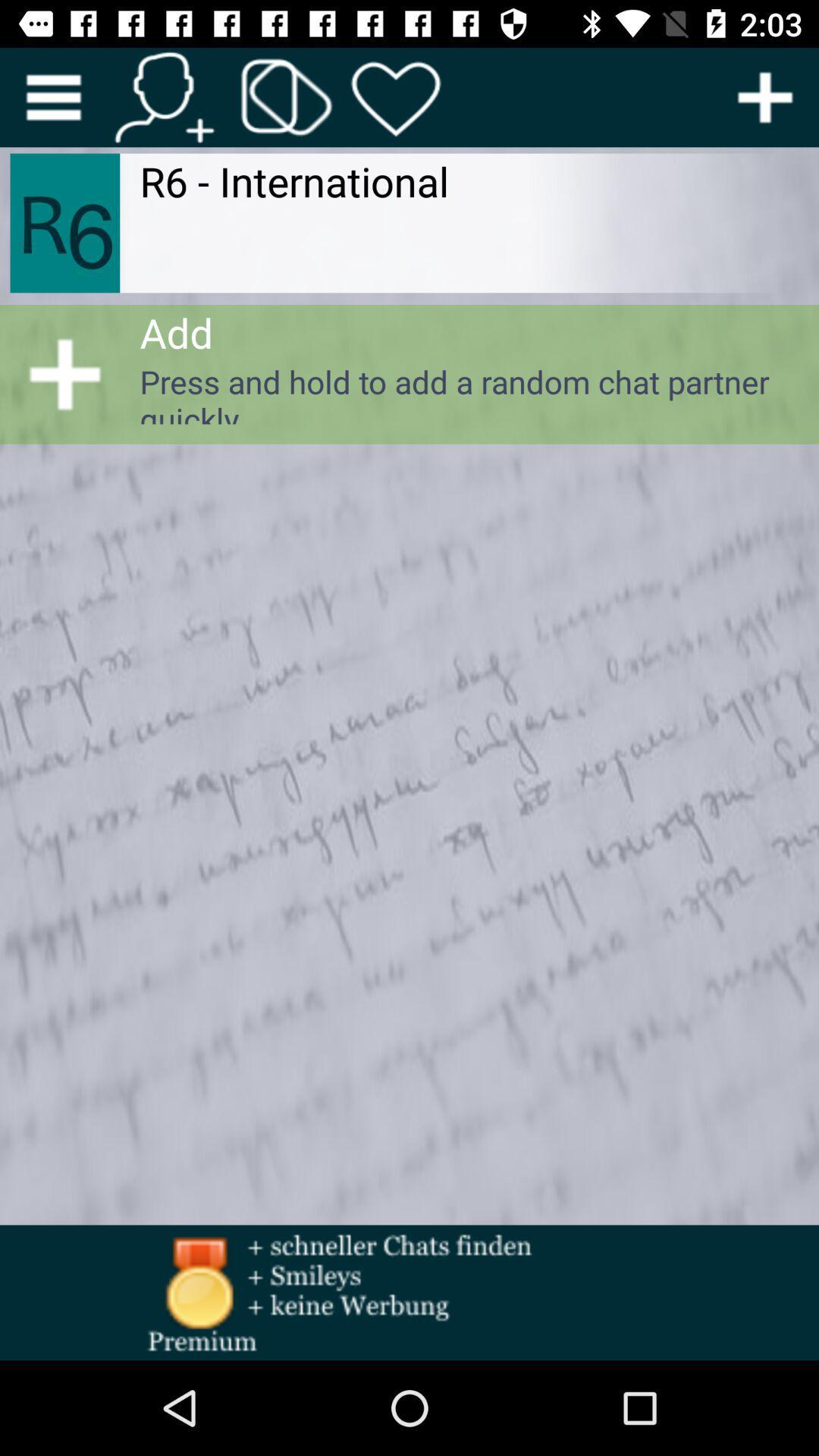  Describe the element at coordinates (396, 96) in the screenshot. I see `favourite button` at that location.